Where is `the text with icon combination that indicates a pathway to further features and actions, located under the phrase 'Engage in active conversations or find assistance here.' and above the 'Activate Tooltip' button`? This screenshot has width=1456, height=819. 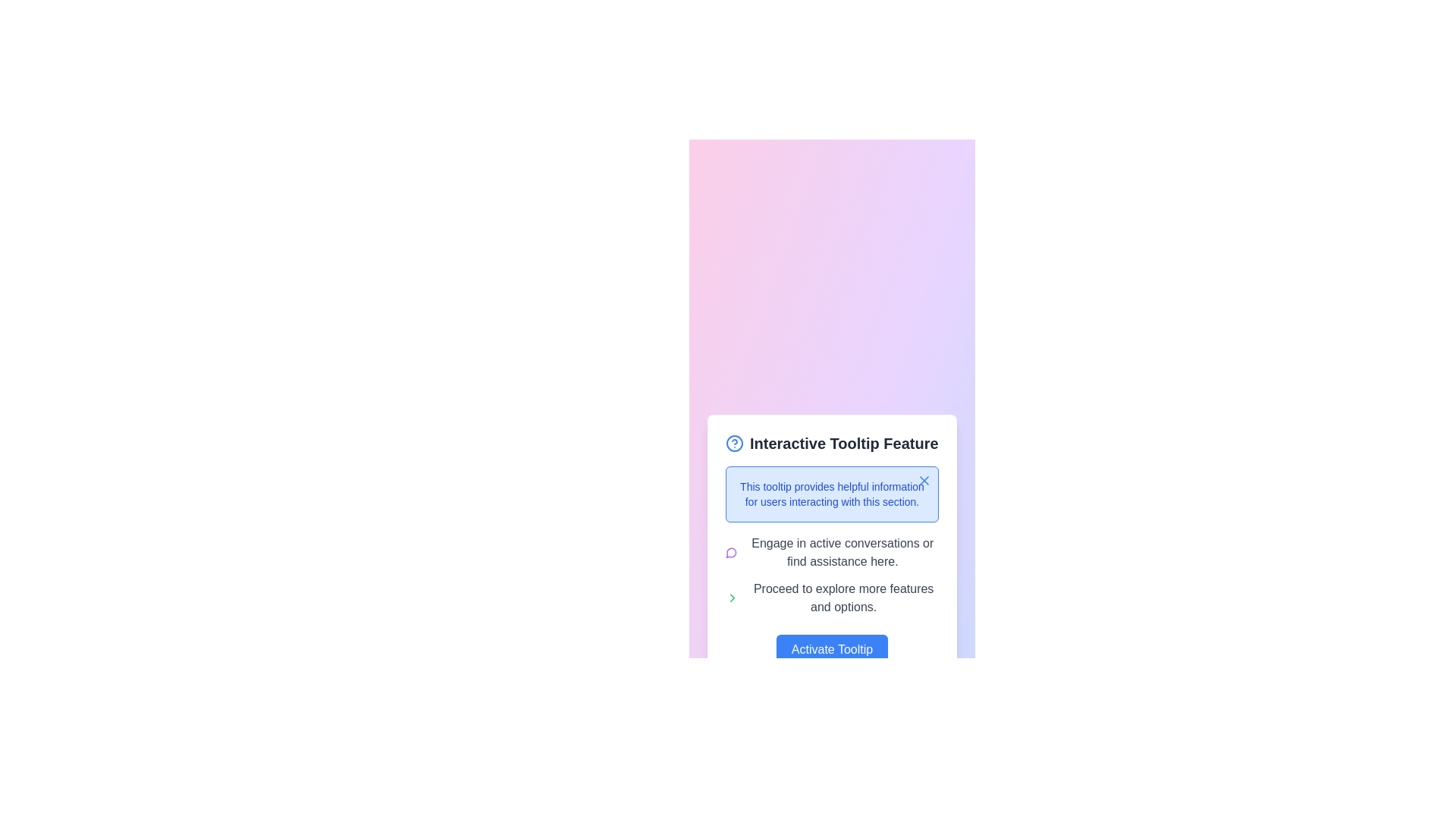
the text with icon combination that indicates a pathway to further features and actions, located under the phrase 'Engage in active conversations or find assistance here.' and above the 'Activate Tooltip' button is located at coordinates (831, 598).